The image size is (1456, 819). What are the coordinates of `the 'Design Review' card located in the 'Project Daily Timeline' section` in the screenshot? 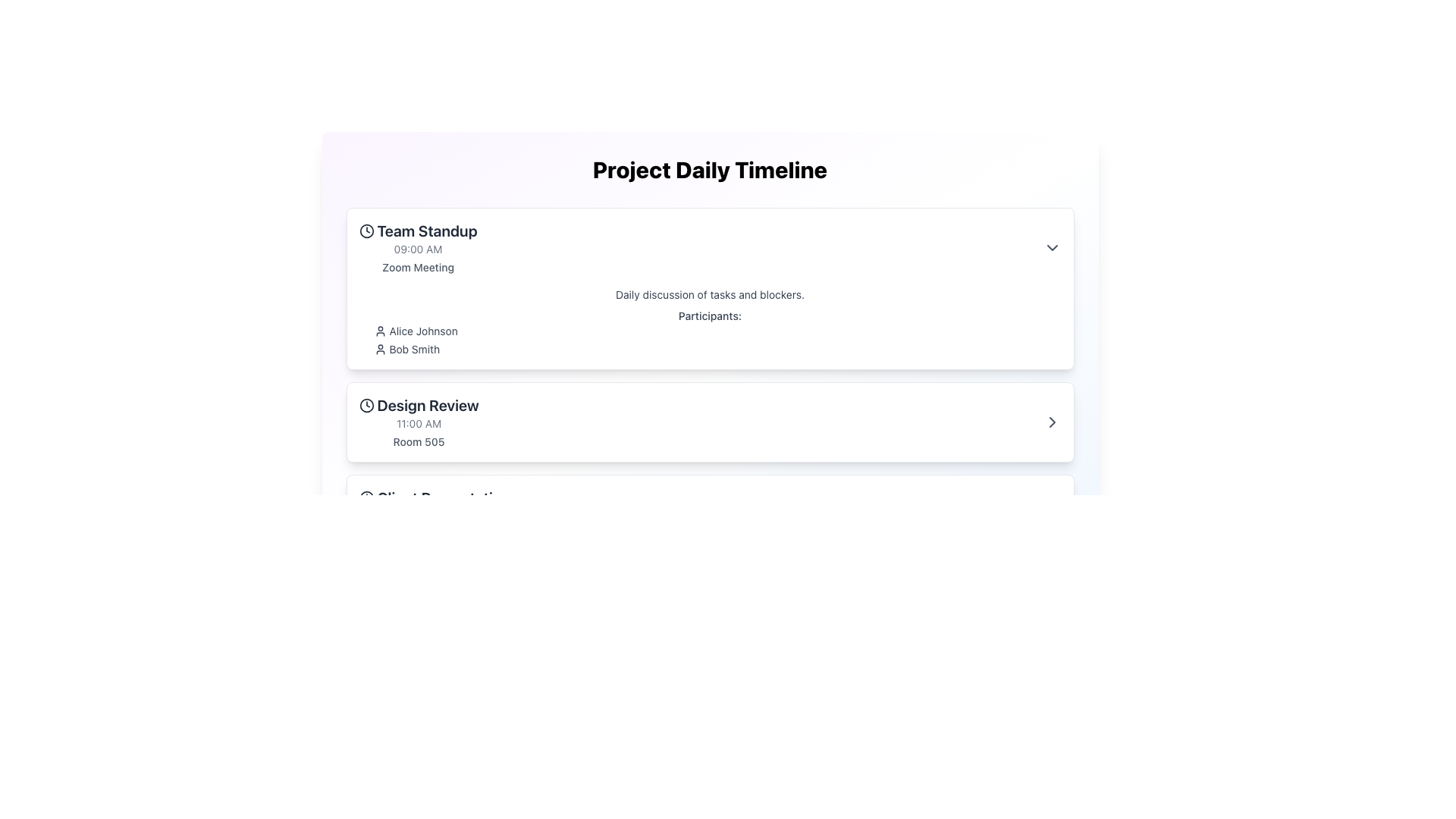 It's located at (419, 422).